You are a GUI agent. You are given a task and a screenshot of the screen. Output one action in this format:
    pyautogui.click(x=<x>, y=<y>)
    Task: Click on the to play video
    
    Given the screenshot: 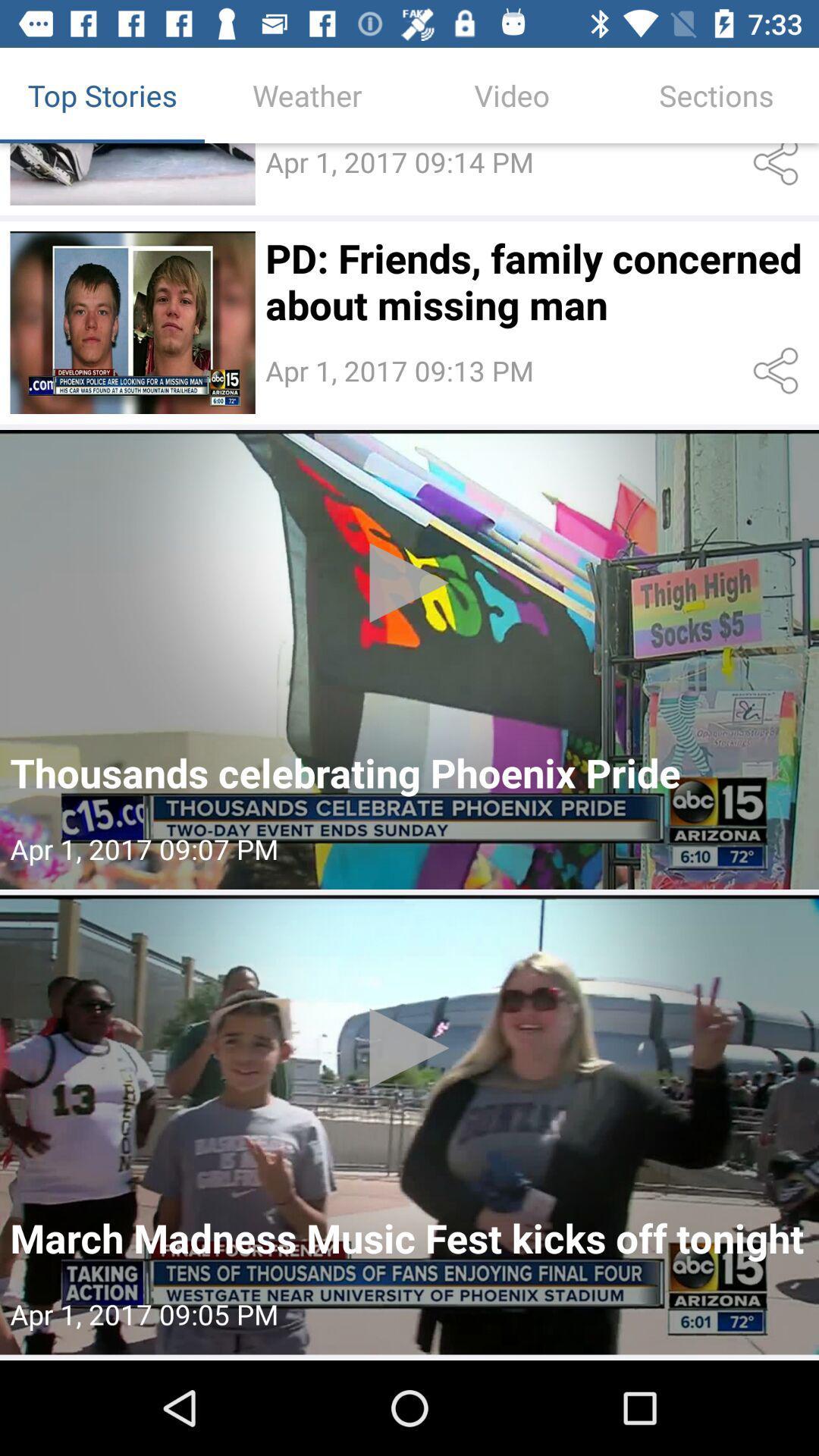 What is the action you would take?
    pyautogui.click(x=132, y=174)
    